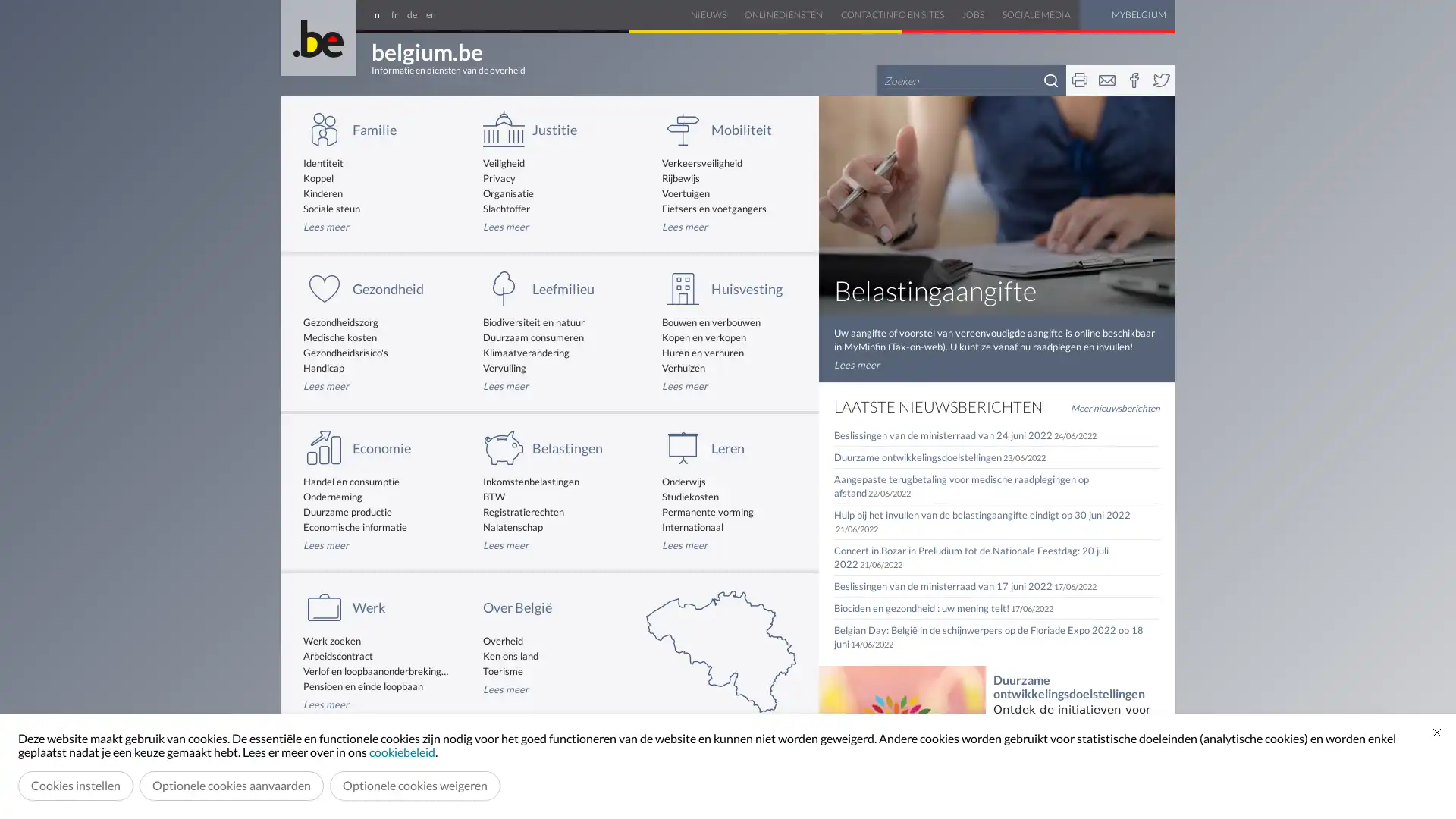 This screenshot has width=1456, height=819. I want to click on Optionele cookies aanvaarden, so click(231, 785).